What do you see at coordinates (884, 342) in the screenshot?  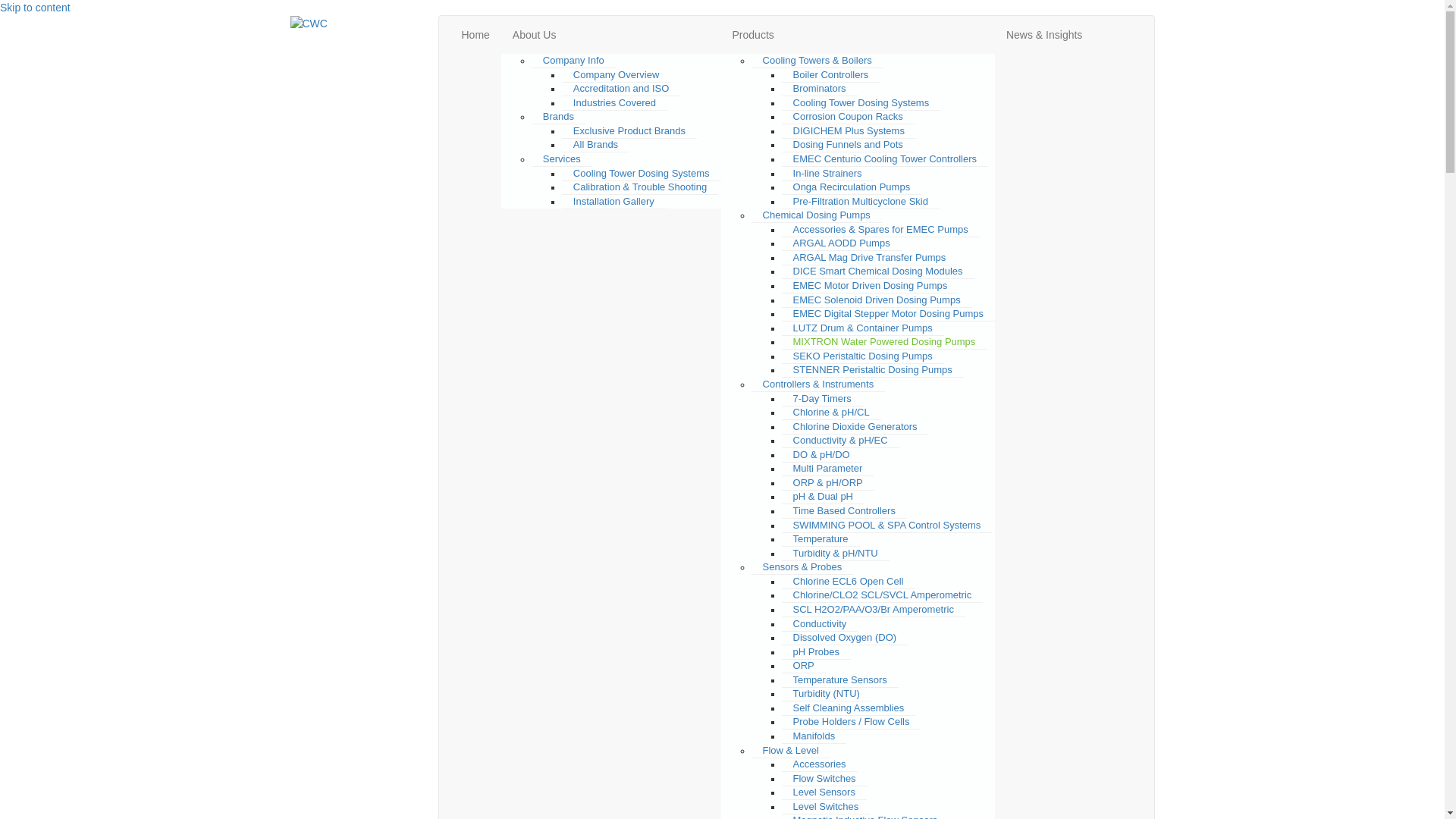 I see `'MIXTRON Water Powered Dosing Pumps'` at bounding box center [884, 342].